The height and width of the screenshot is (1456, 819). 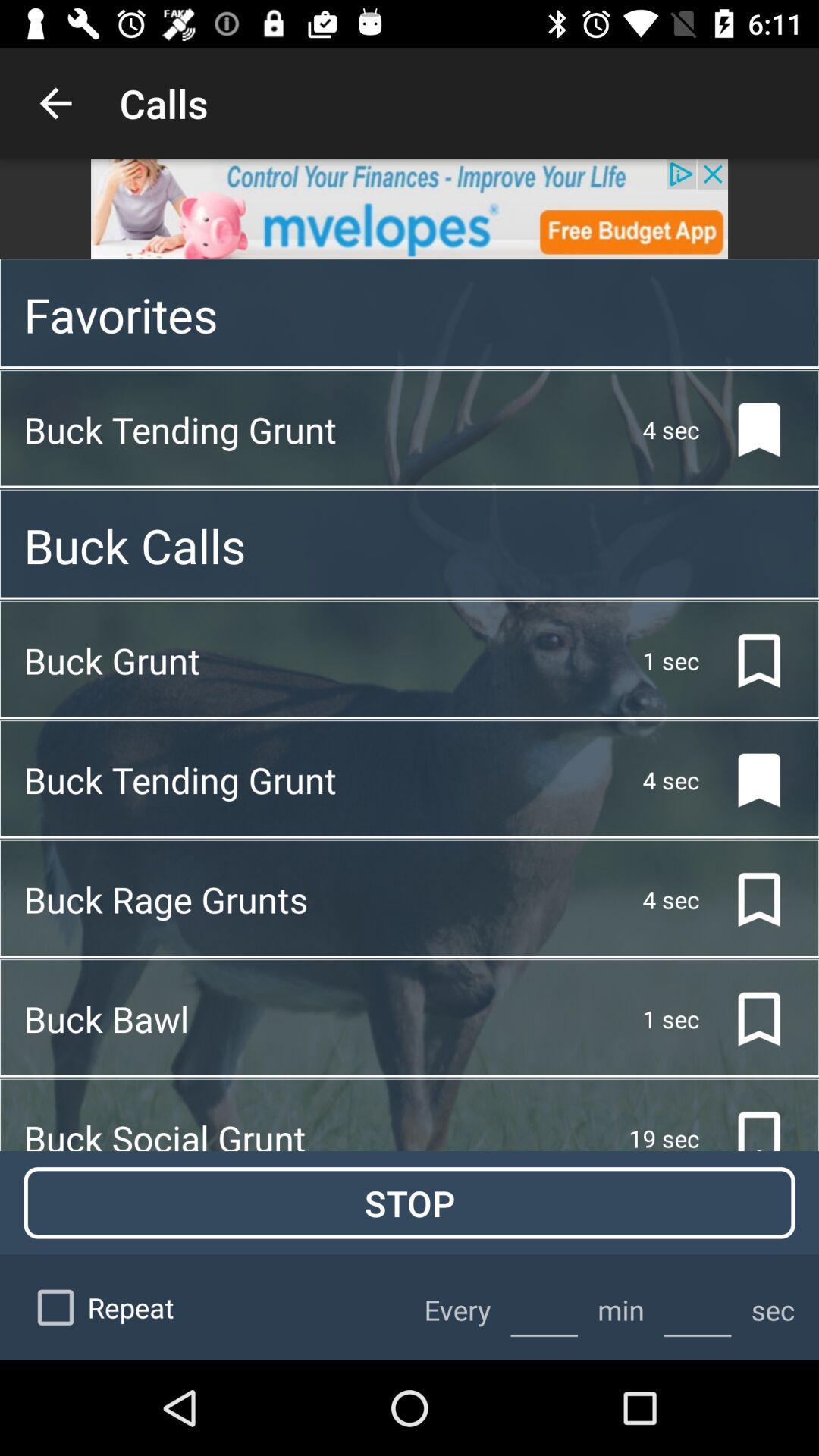 I want to click on time column, so click(x=543, y=1307).